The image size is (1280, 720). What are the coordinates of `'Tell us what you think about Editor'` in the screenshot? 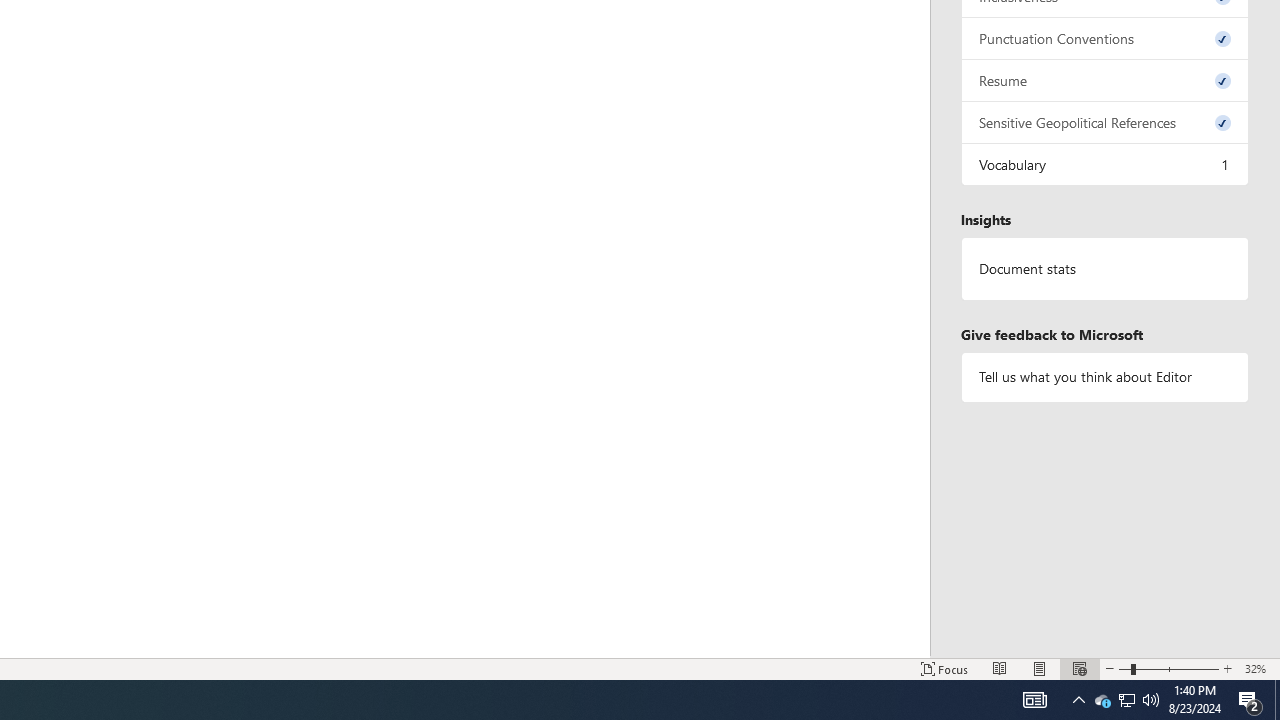 It's located at (1104, 377).